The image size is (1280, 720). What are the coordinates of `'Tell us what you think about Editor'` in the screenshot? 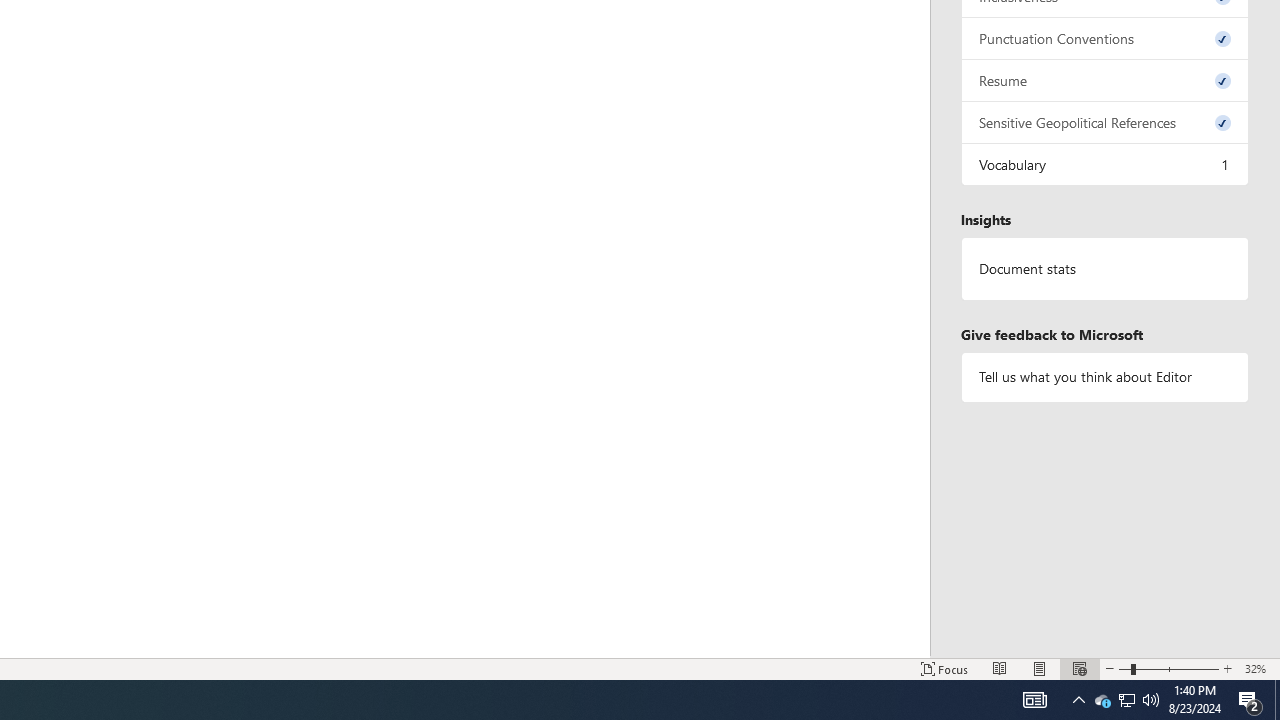 It's located at (1104, 377).